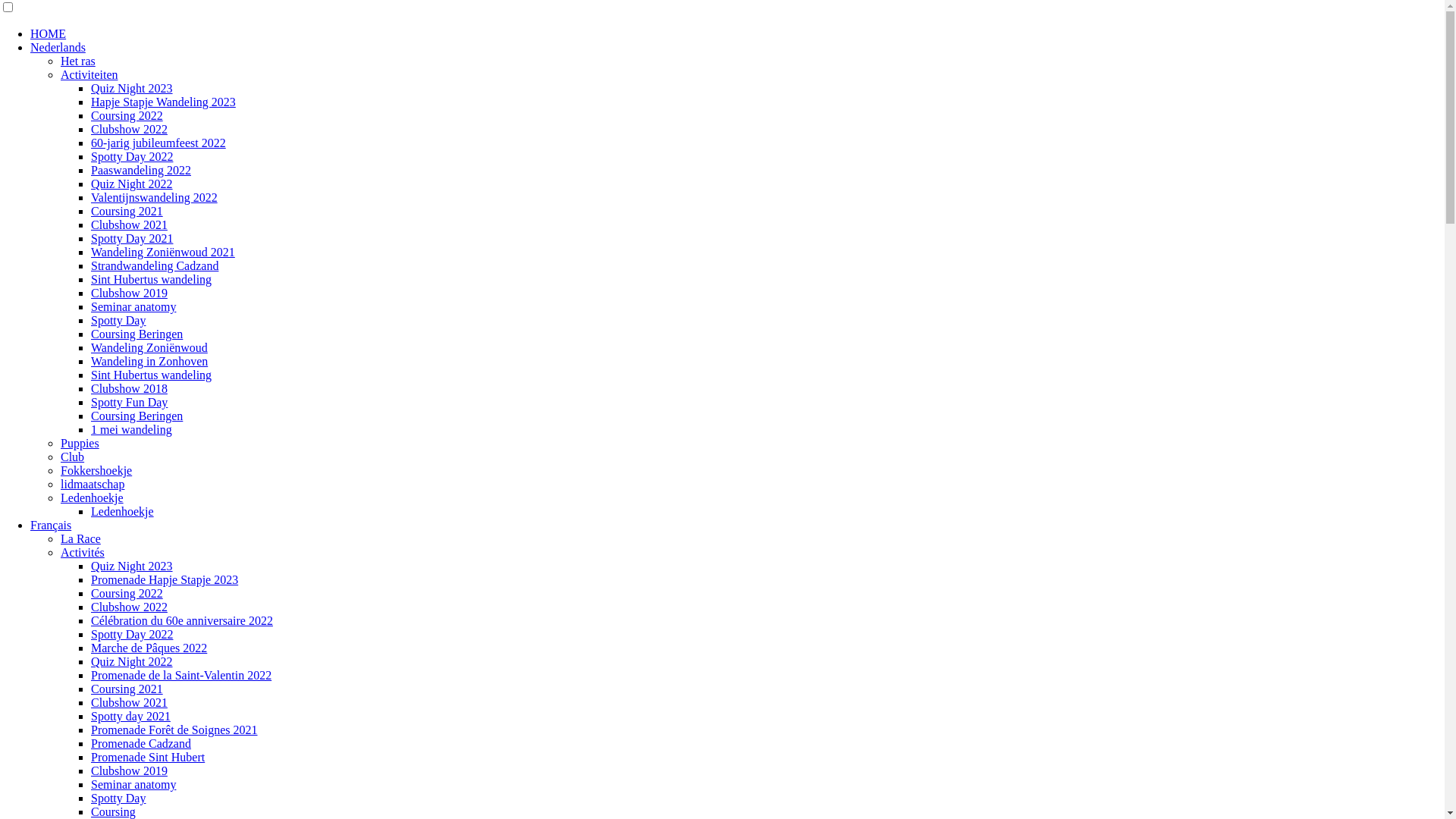 This screenshot has height=819, width=1456. I want to click on 'Seminar anatomy', so click(90, 784).